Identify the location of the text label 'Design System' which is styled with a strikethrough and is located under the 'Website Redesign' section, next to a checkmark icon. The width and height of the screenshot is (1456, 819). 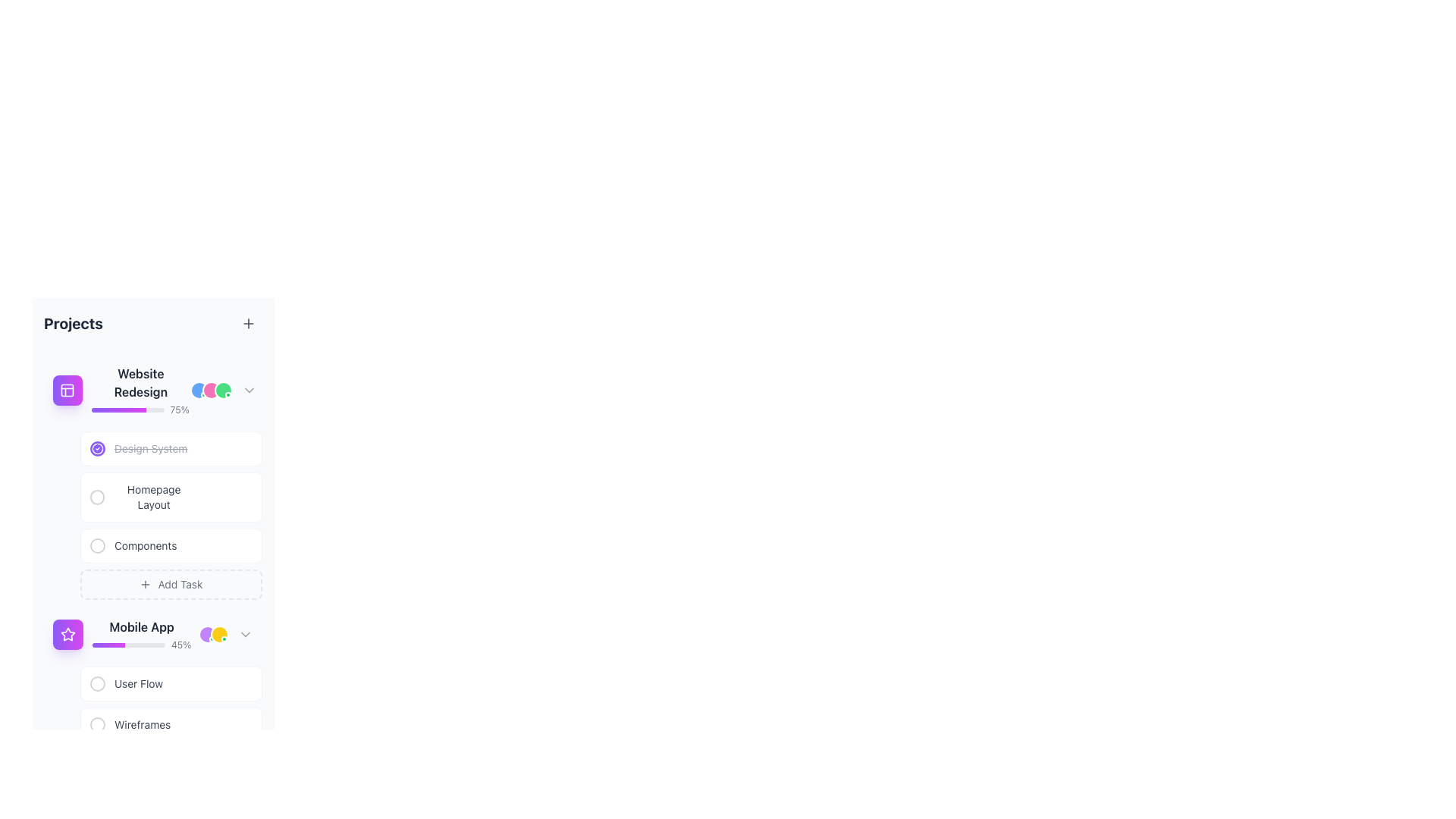
(151, 447).